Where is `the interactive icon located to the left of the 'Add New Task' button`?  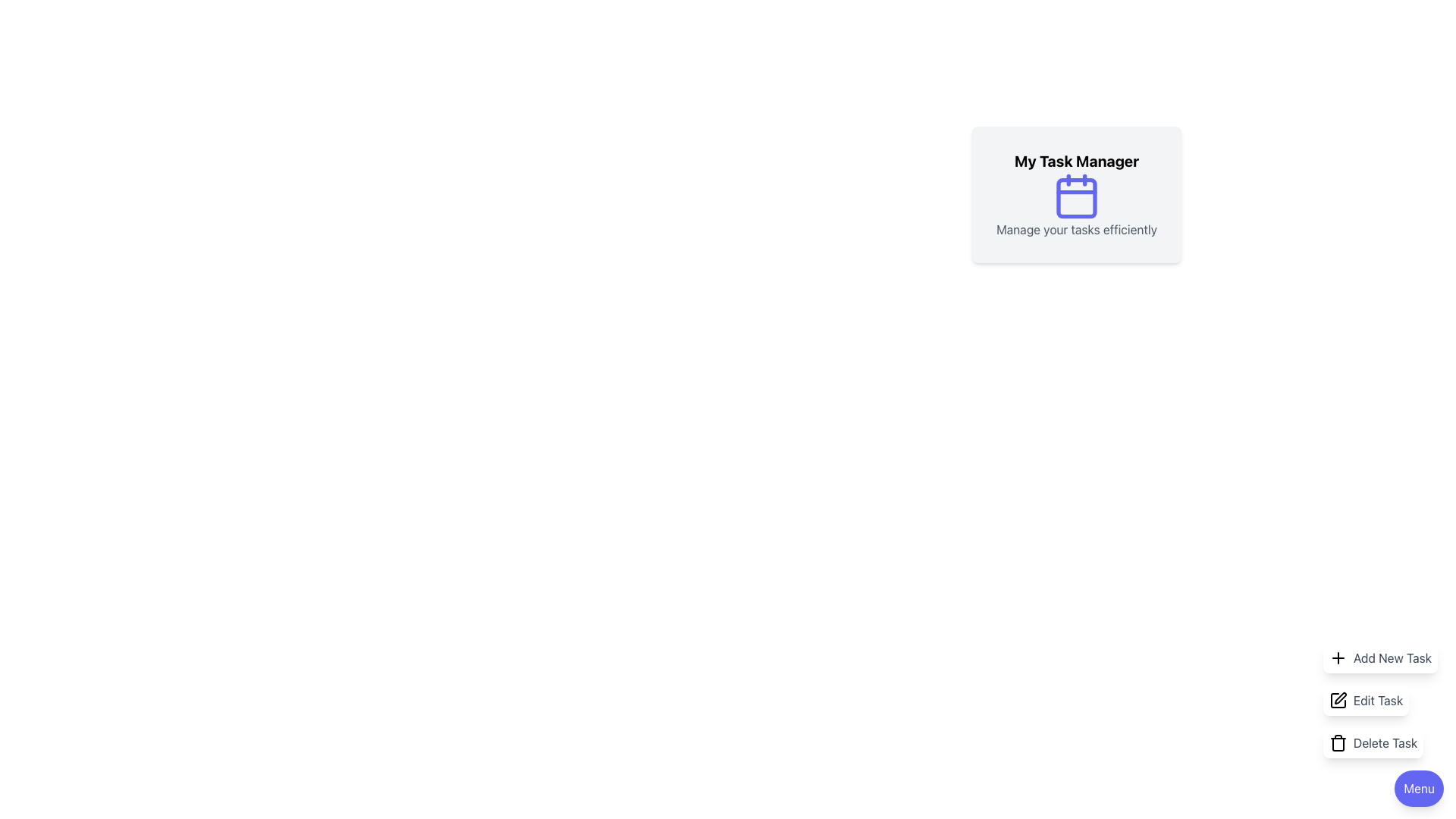 the interactive icon located to the left of the 'Add New Task' button is located at coordinates (1338, 657).